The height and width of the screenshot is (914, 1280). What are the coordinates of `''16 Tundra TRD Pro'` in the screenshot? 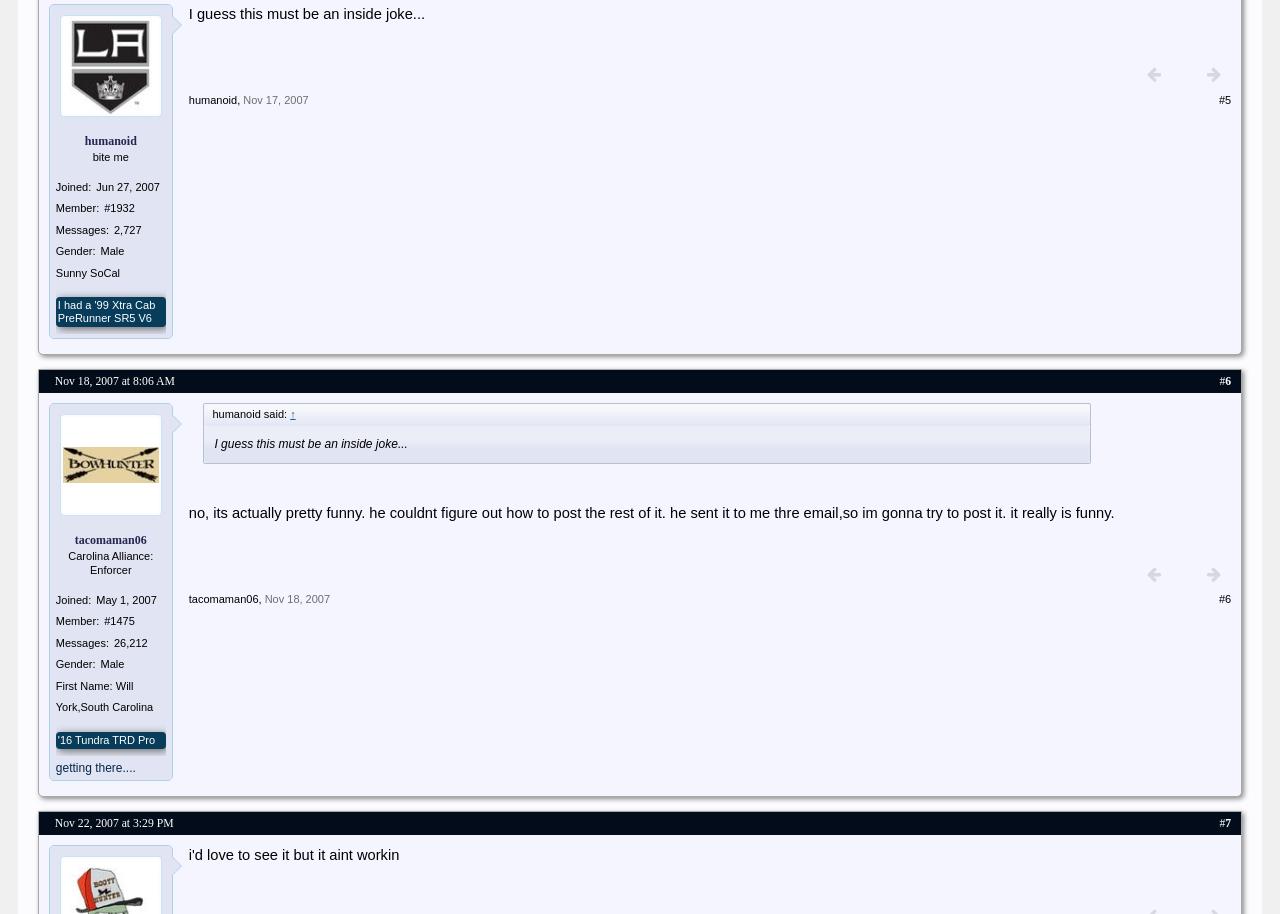 It's located at (104, 738).